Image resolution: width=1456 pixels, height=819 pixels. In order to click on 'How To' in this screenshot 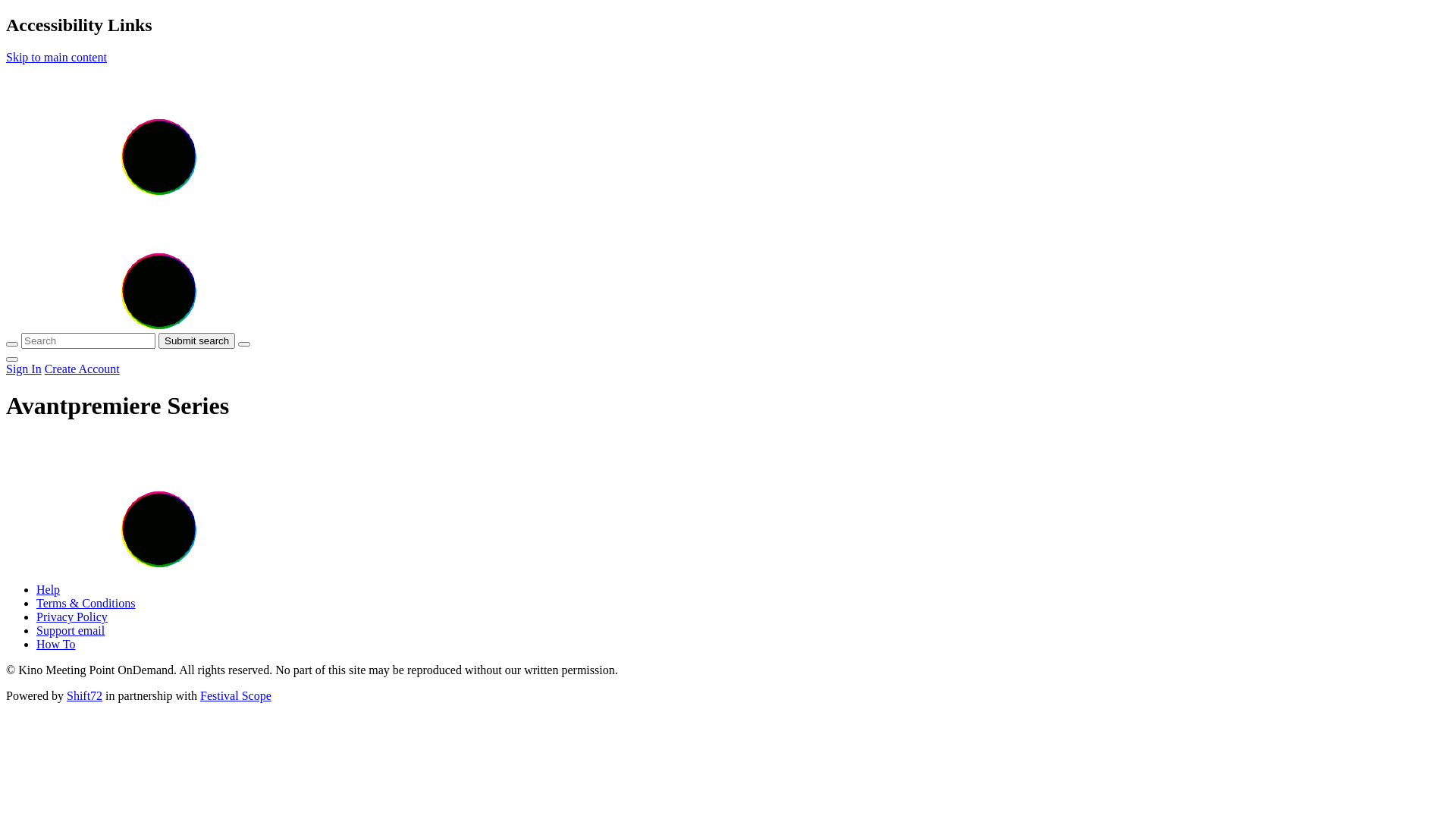, I will do `click(55, 644)`.